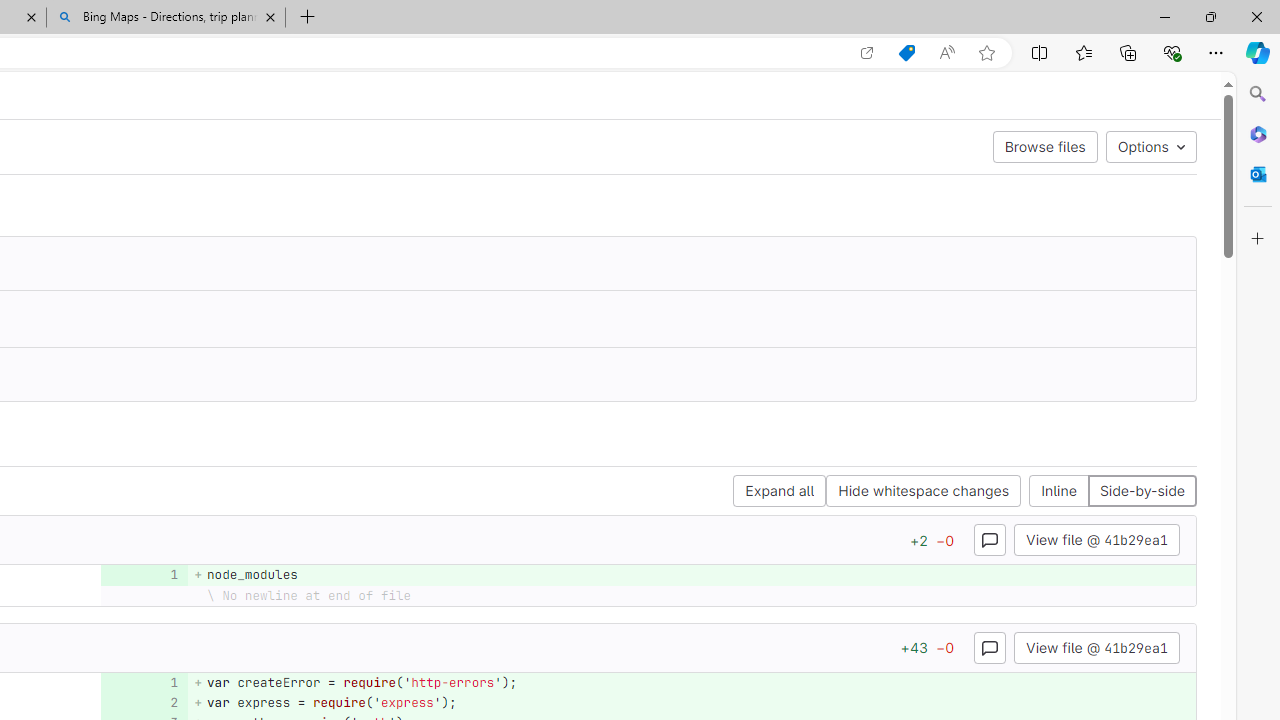  I want to click on 'Add a comment to this line', so click(137, 701).